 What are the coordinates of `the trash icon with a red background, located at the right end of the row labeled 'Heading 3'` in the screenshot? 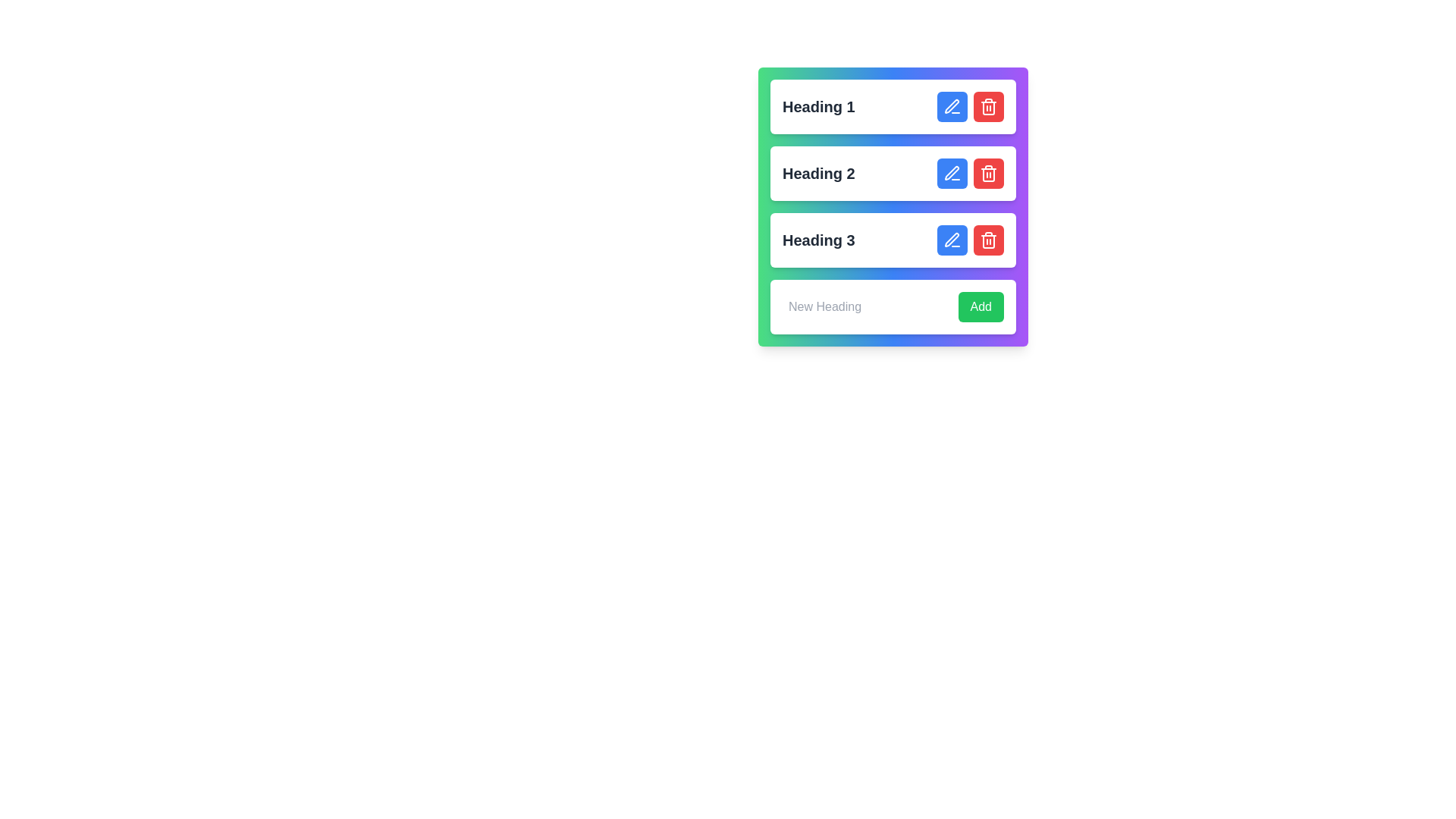 It's located at (989, 239).